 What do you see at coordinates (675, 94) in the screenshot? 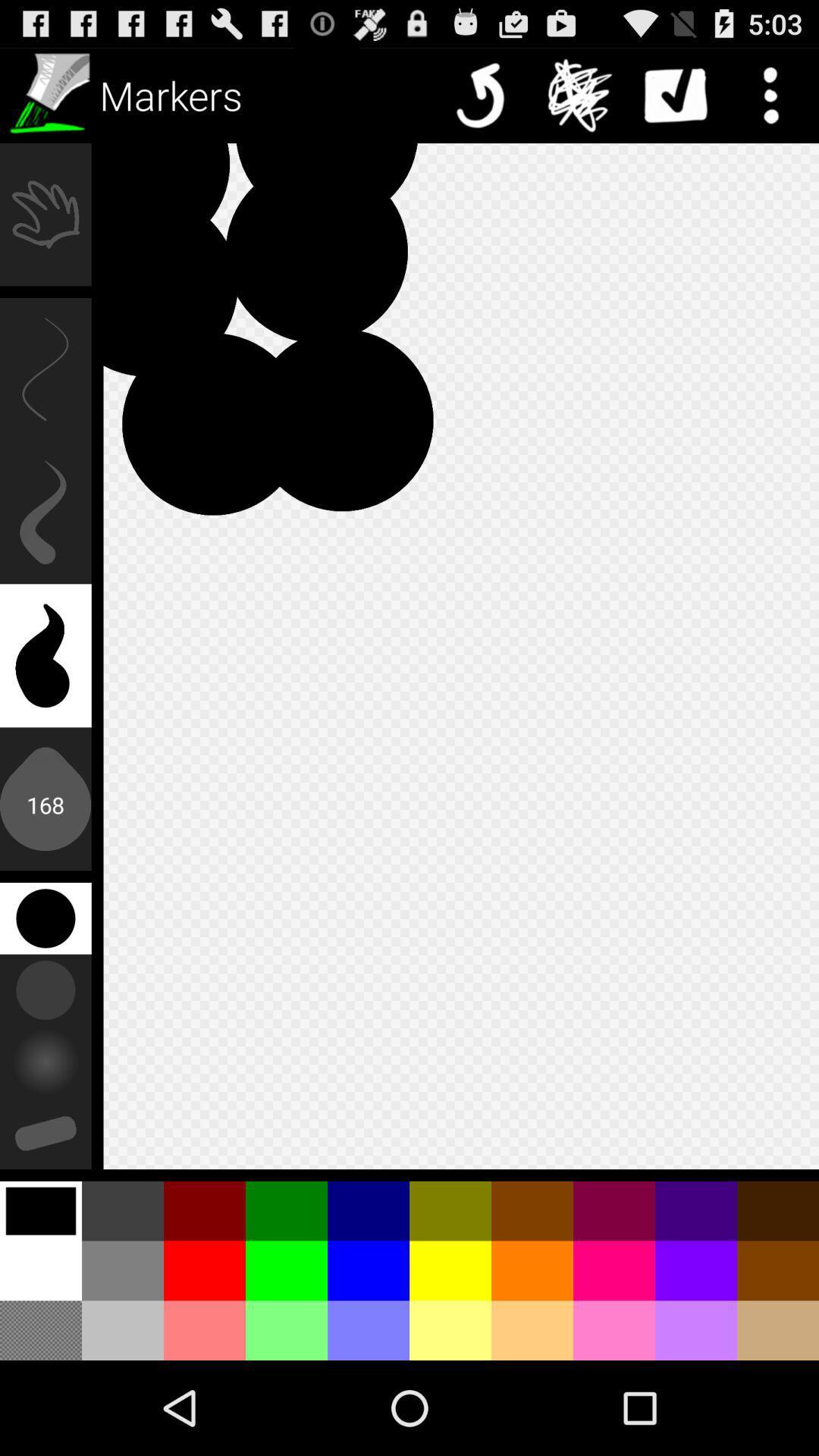
I see `the tick button` at bounding box center [675, 94].